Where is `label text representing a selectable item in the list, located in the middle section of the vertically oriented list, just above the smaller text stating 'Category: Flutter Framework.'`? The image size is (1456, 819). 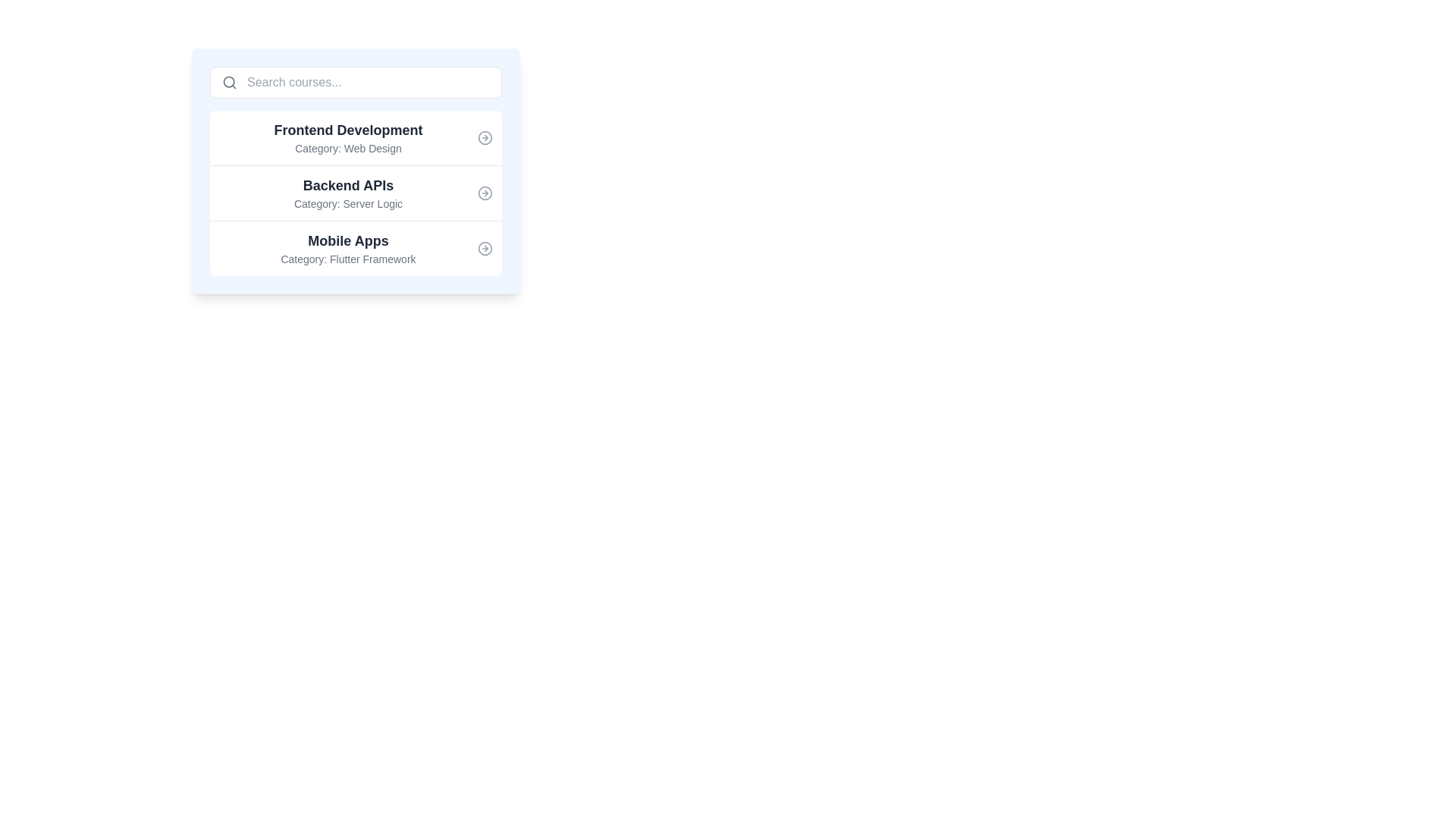
label text representing a selectable item in the list, located in the middle section of the vertically oriented list, just above the smaller text stating 'Category: Flutter Framework.' is located at coordinates (347, 240).